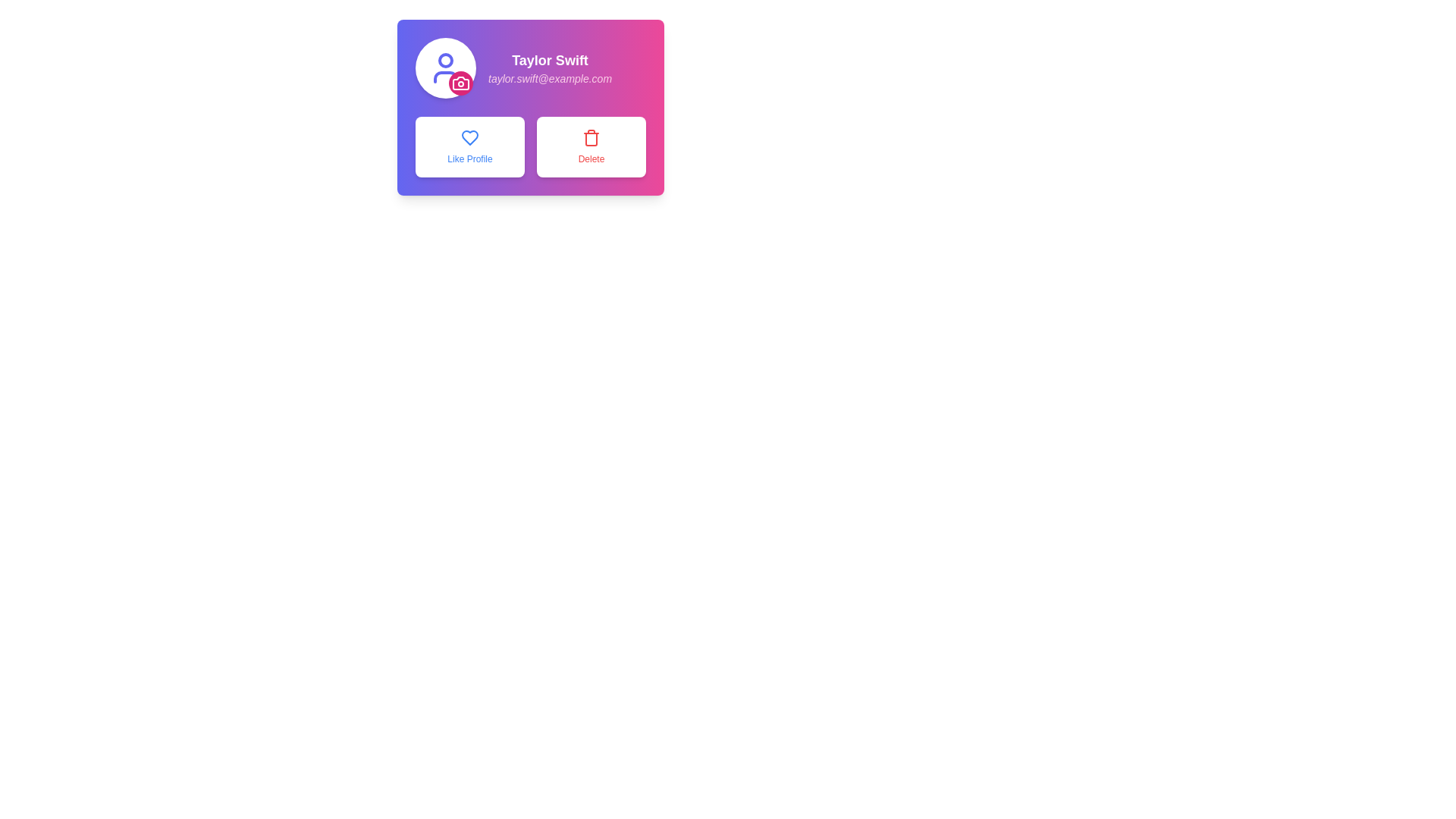 The width and height of the screenshot is (1456, 819). I want to click on the circular button with a bright pink background and a white camera icon, located at the bottom-right corner of the user's icon area, so click(460, 83).